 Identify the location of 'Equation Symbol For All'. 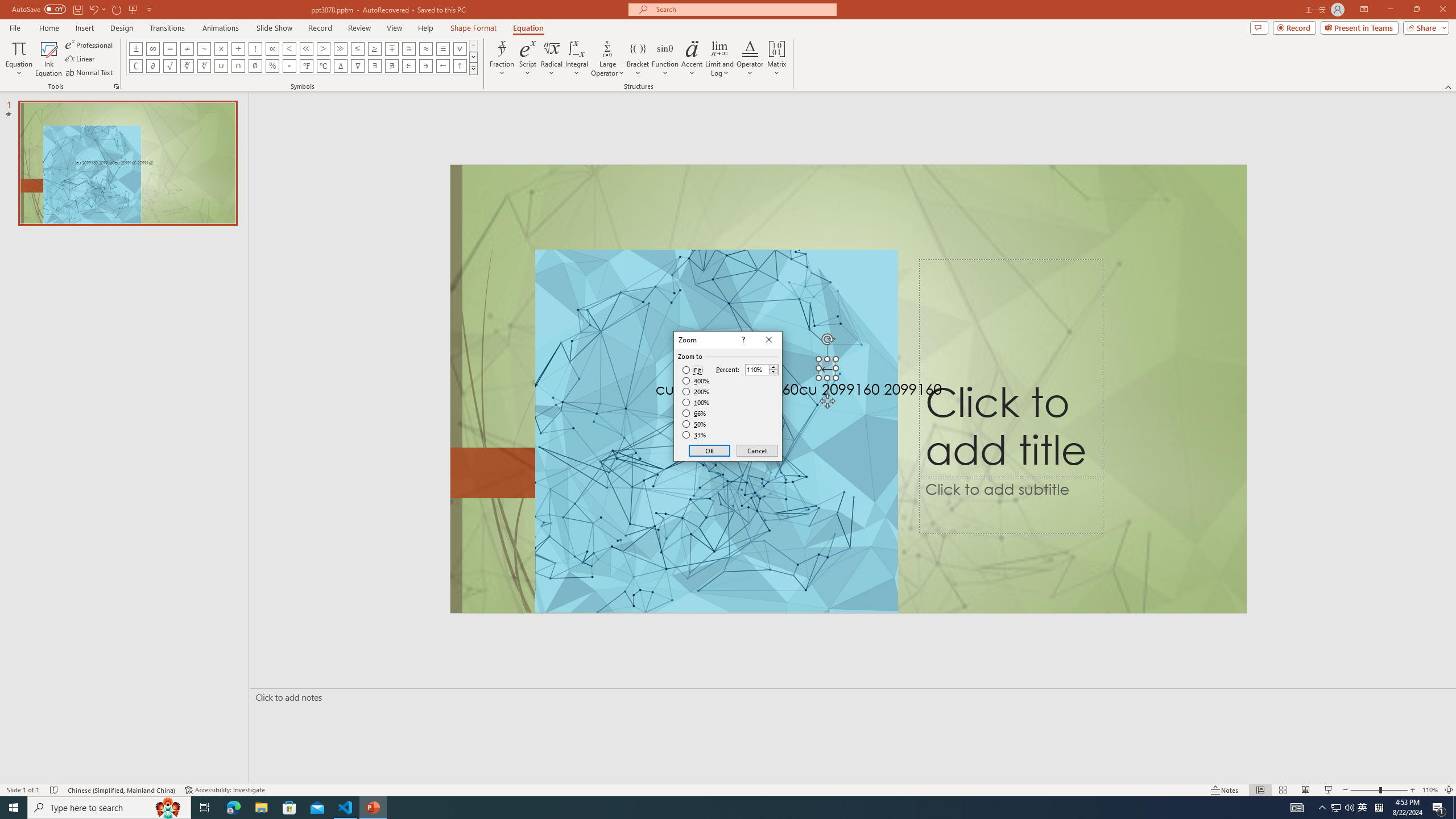
(459, 48).